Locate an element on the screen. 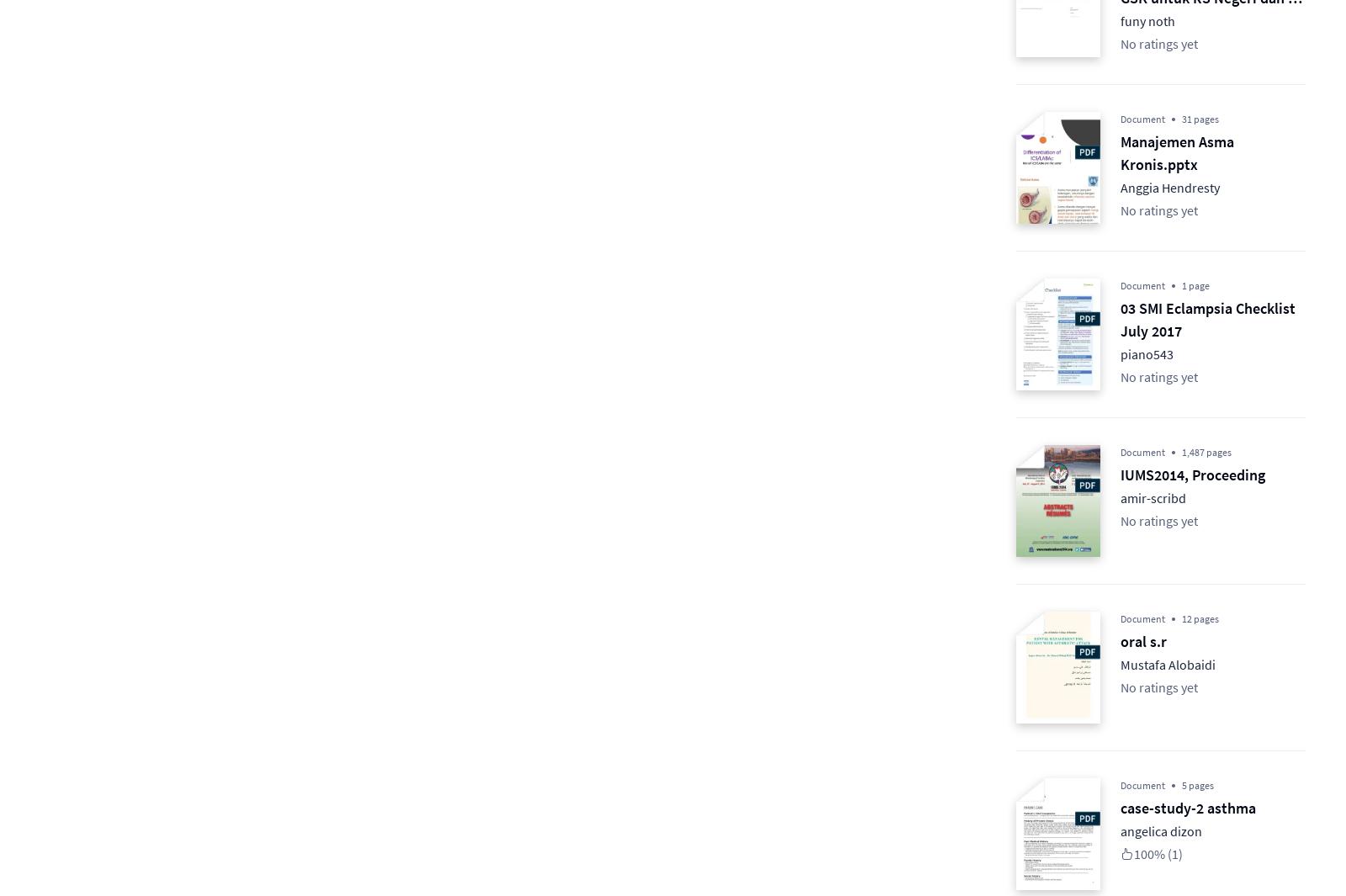 The height and width of the screenshot is (896, 1346). 'Anggia Hendresty' is located at coordinates (1169, 187).